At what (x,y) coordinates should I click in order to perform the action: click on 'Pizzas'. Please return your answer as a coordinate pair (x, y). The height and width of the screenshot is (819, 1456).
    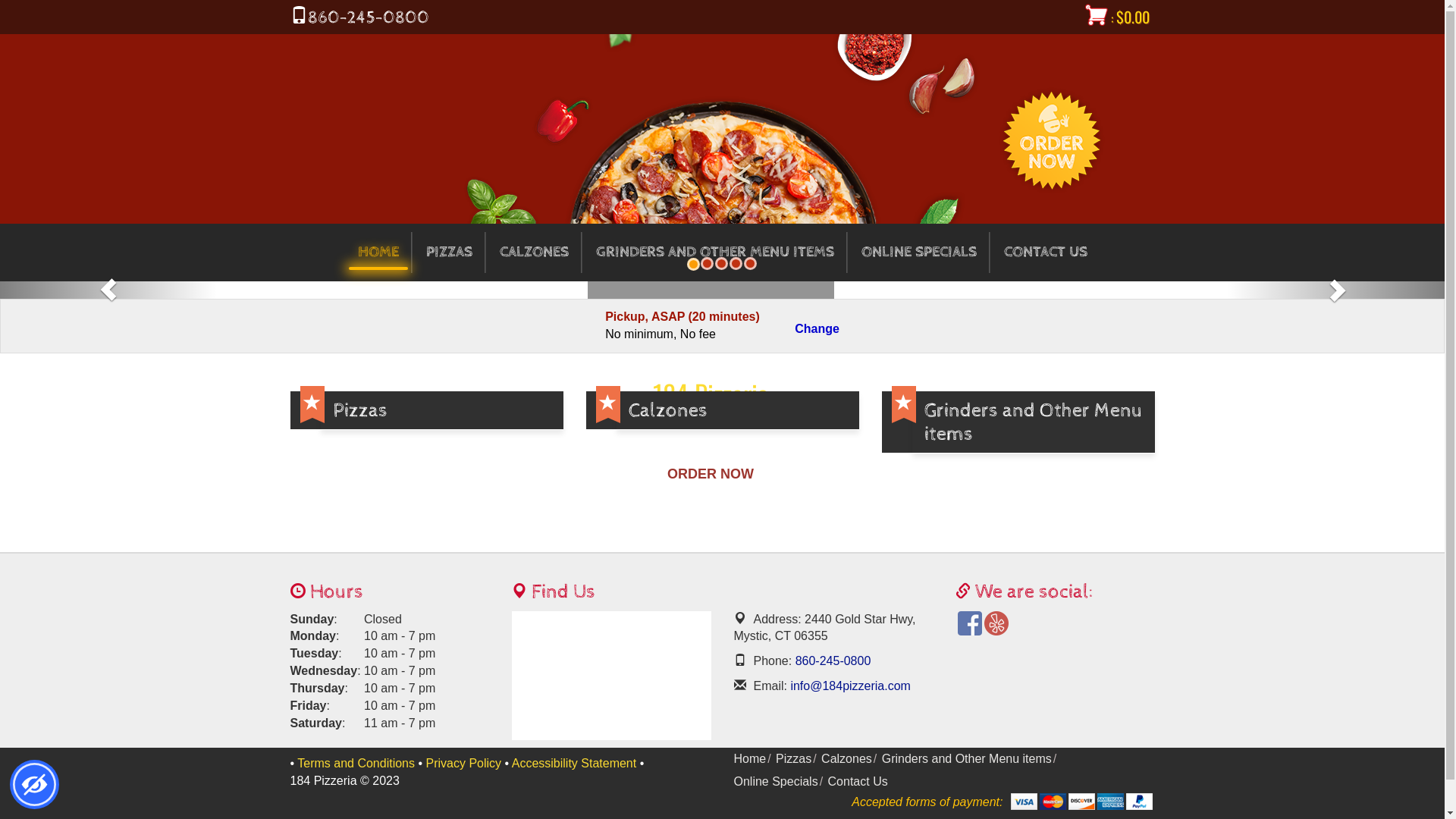
    Looking at the image, I should click on (792, 758).